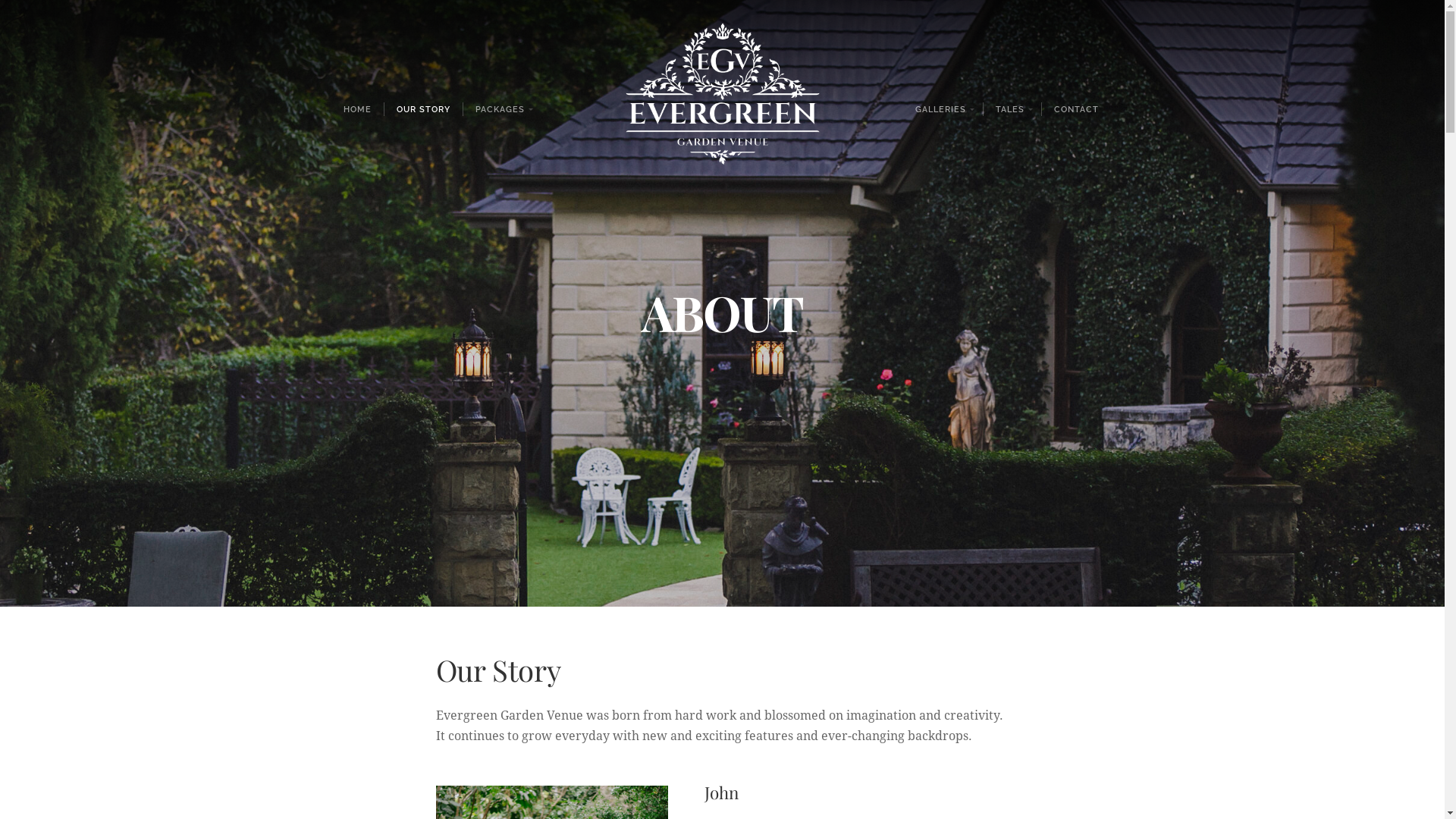  I want to click on 'Wedding venue Gold Coast -Evergreen Garden Venue', so click(720, 108).